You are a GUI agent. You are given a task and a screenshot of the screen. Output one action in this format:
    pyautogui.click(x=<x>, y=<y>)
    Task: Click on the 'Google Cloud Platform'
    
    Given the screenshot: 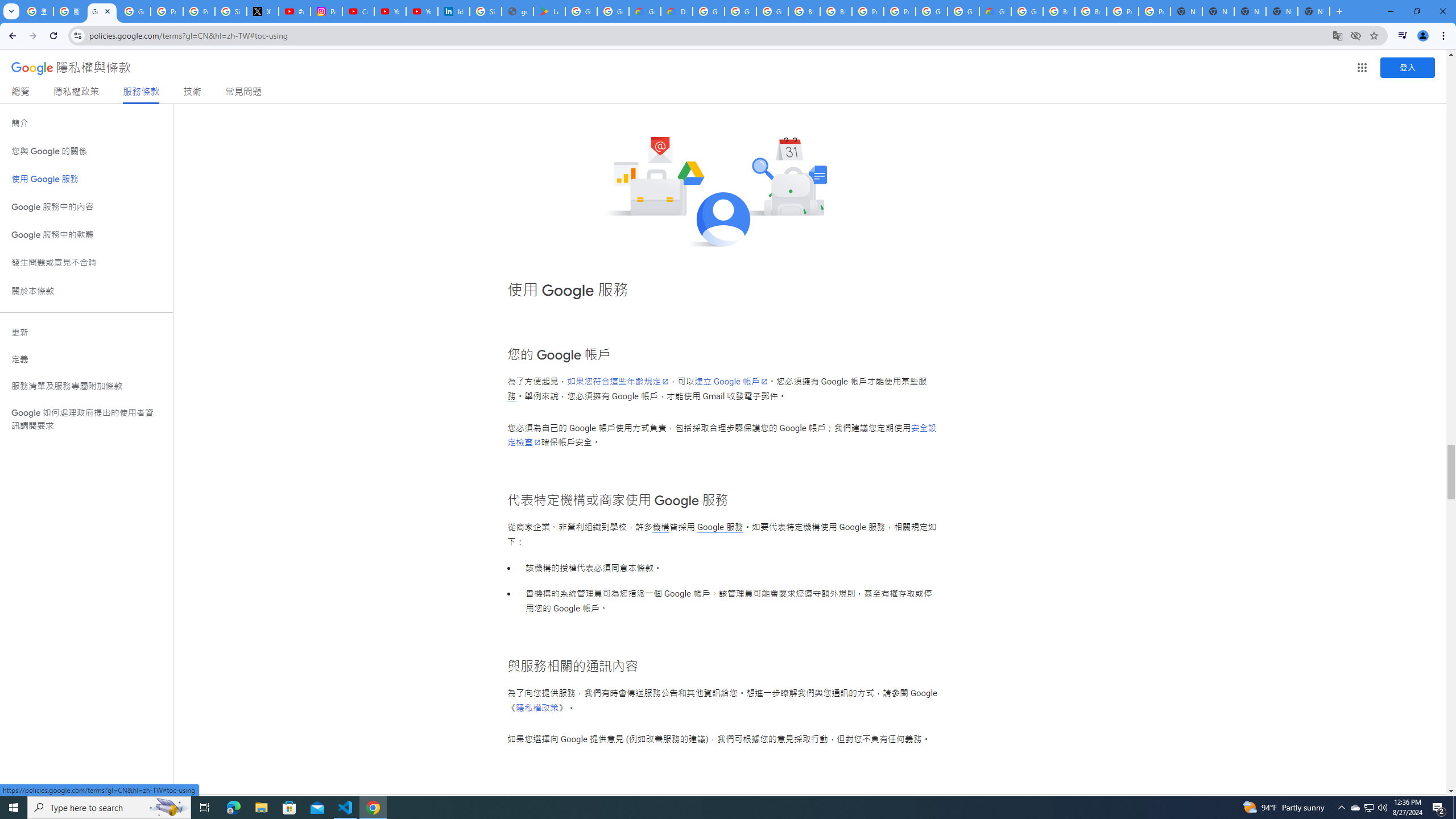 What is the action you would take?
    pyautogui.click(x=962, y=11)
    